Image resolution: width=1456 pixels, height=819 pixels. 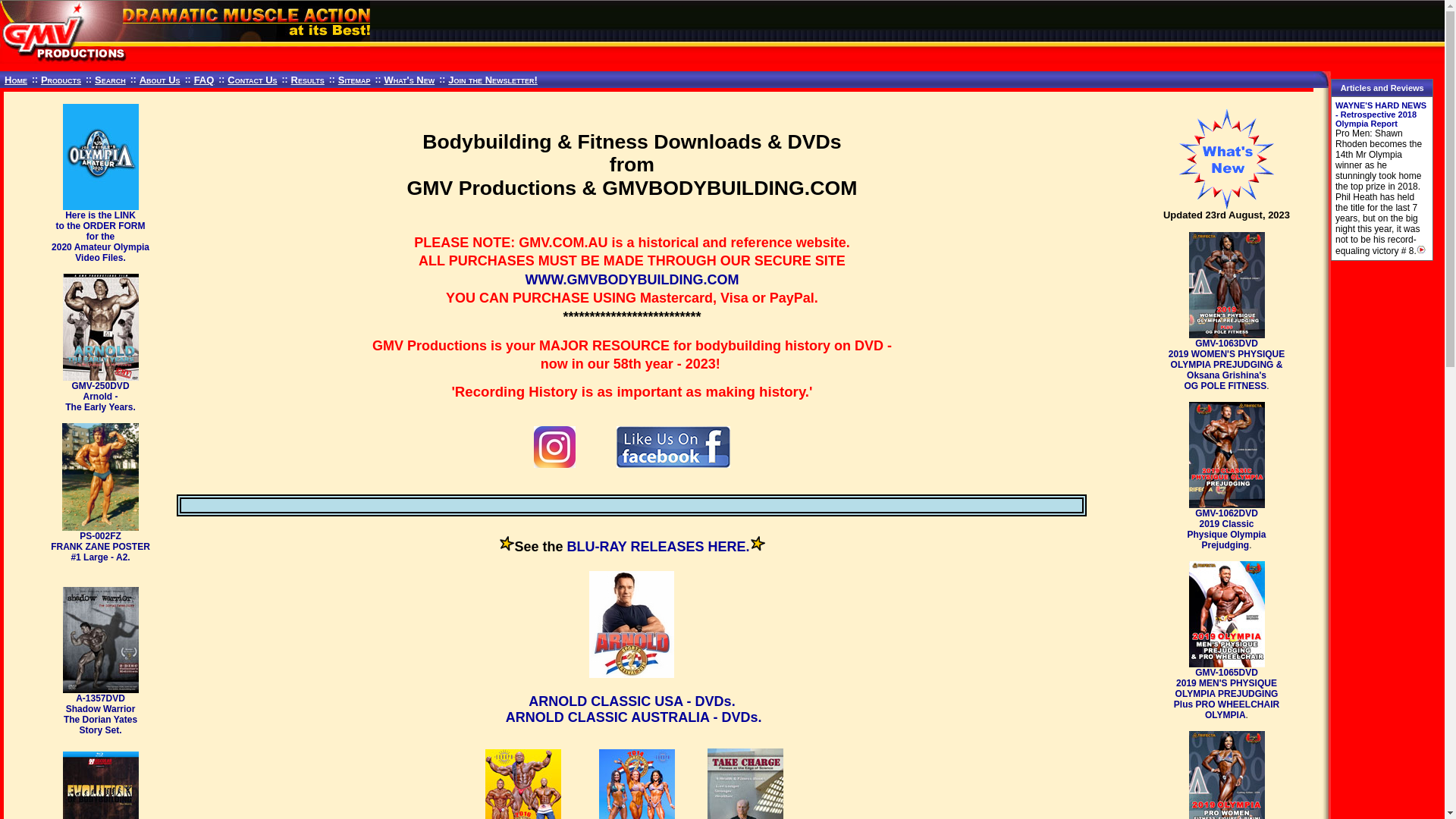 What do you see at coordinates (655, 548) in the screenshot?
I see `'BLU-RAY RELEASES HERE'` at bounding box center [655, 548].